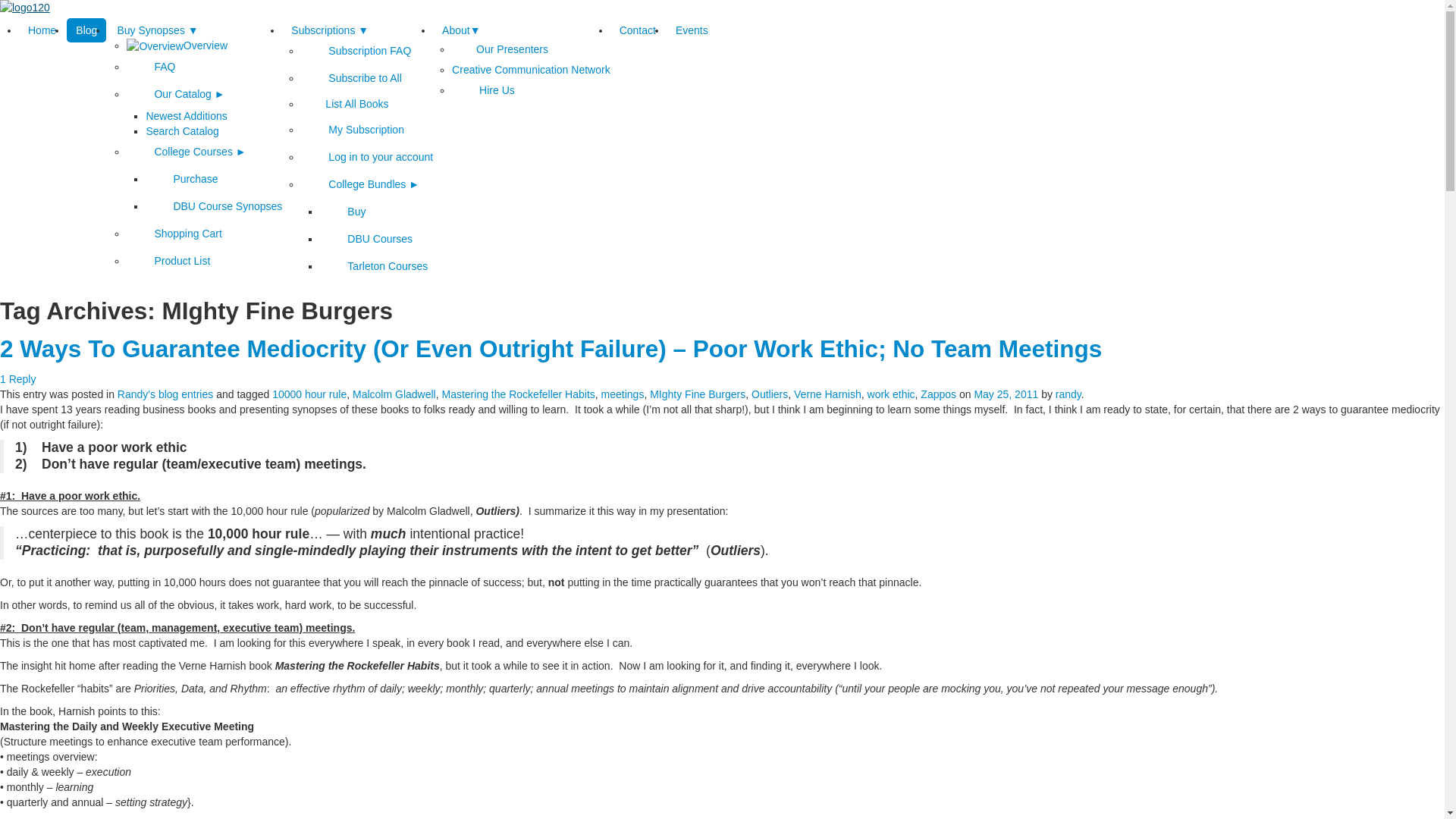 Image resolution: width=1456 pixels, height=819 pixels. What do you see at coordinates (637, 30) in the screenshot?
I see `'Contact'` at bounding box center [637, 30].